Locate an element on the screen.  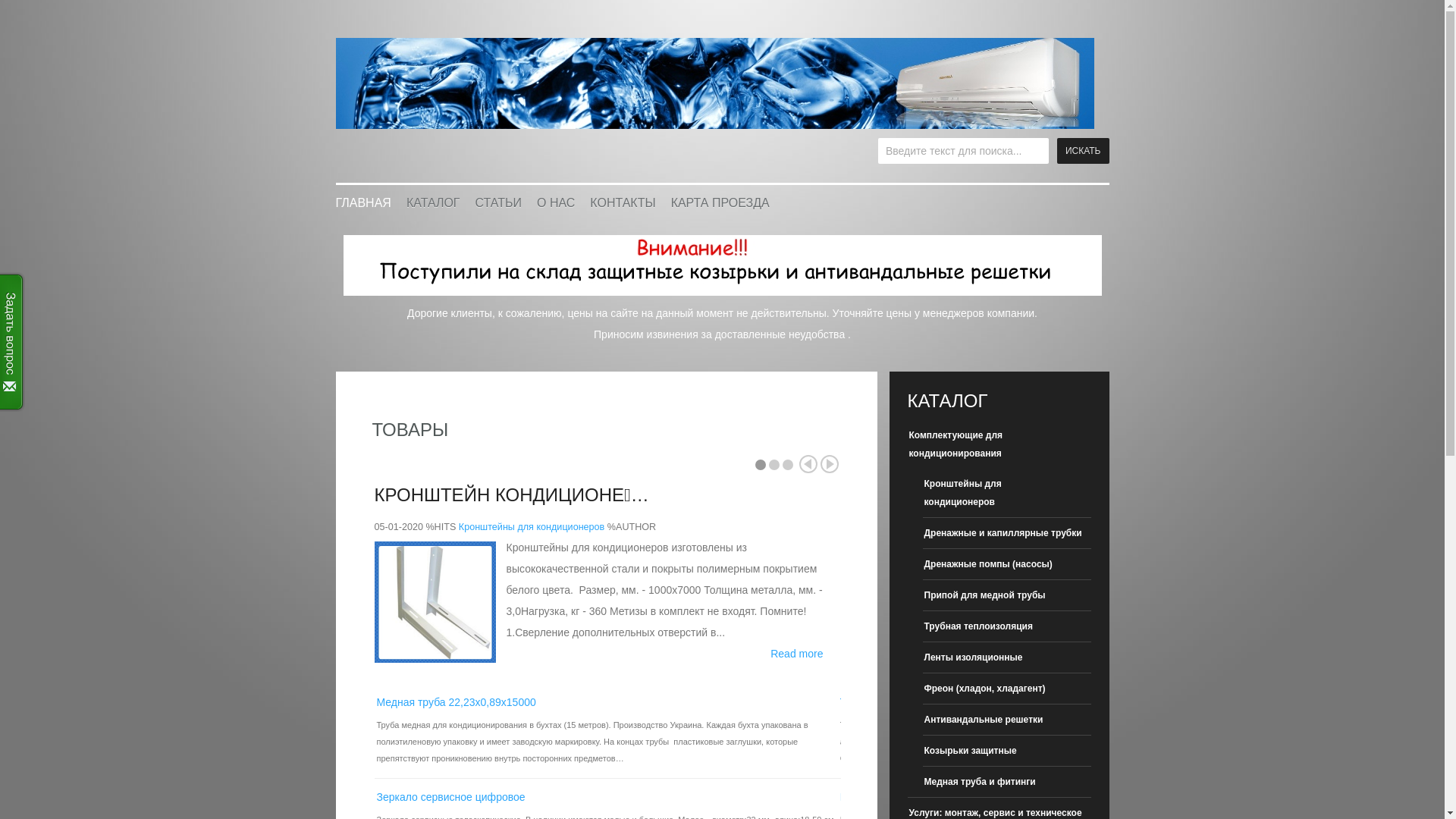
'2' is located at coordinates (774, 464).